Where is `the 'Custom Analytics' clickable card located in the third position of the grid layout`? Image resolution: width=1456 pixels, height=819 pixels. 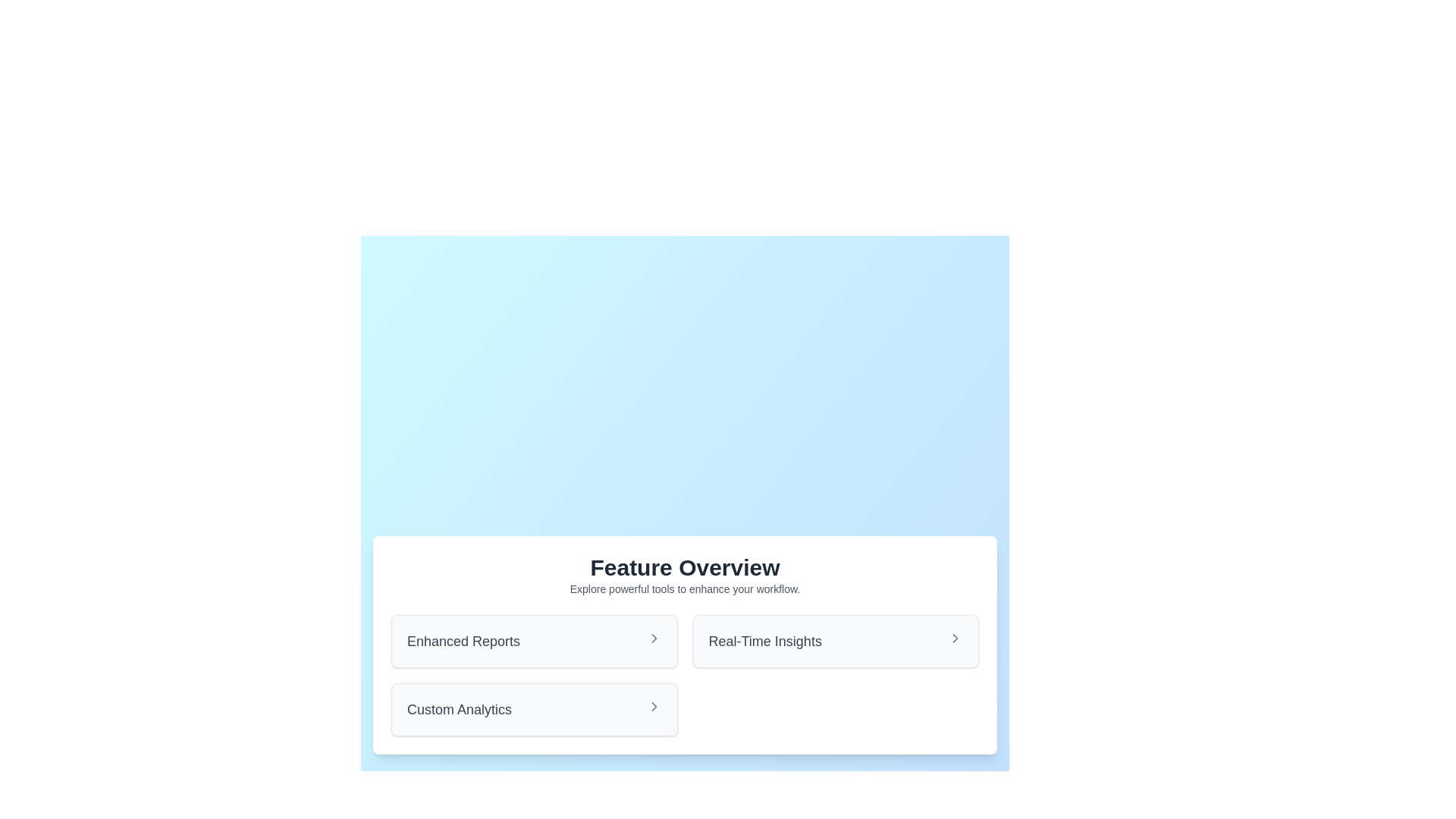 the 'Custom Analytics' clickable card located in the third position of the grid layout is located at coordinates (534, 710).